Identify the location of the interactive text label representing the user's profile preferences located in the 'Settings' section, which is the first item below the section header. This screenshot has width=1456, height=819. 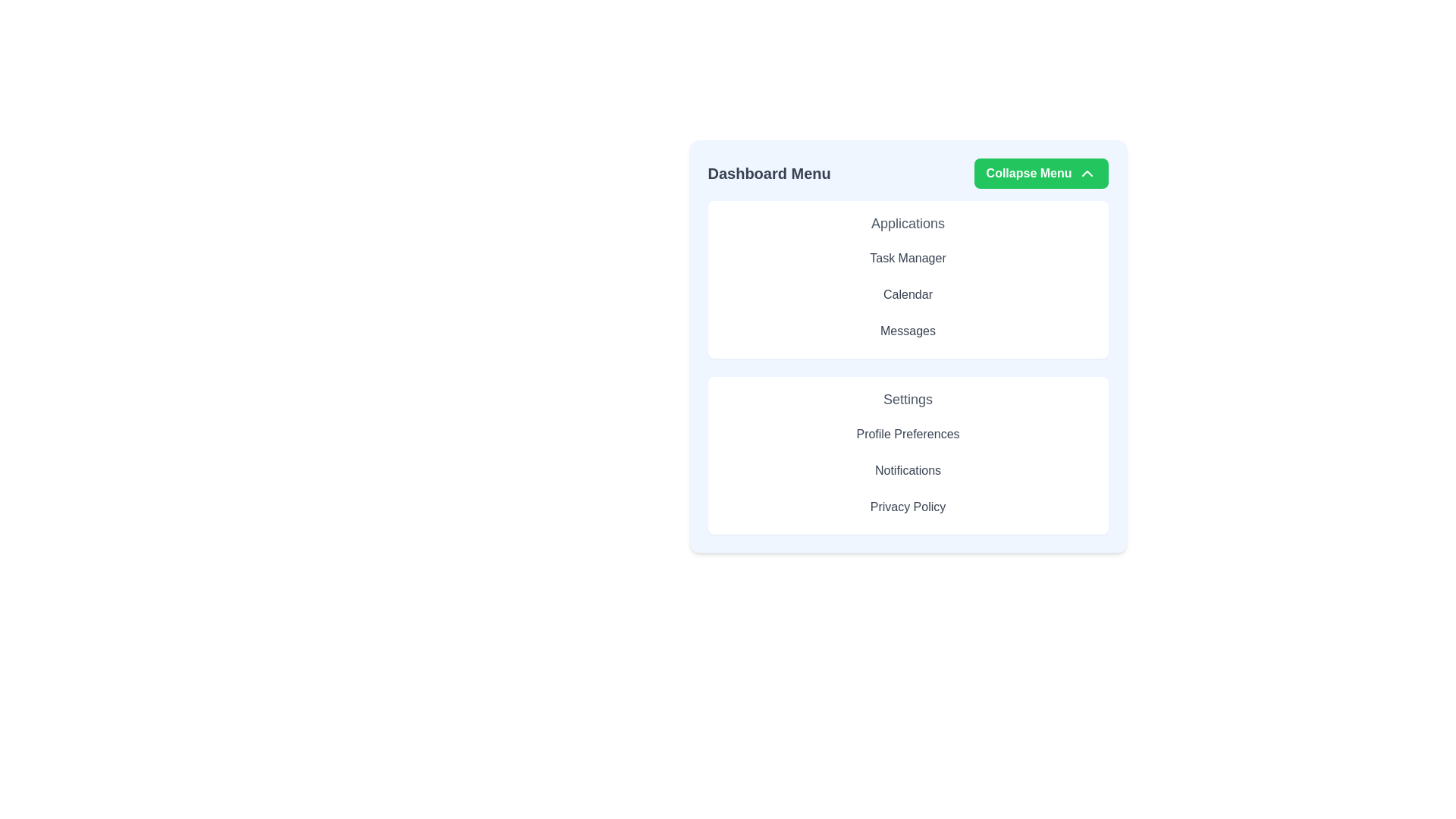
(908, 435).